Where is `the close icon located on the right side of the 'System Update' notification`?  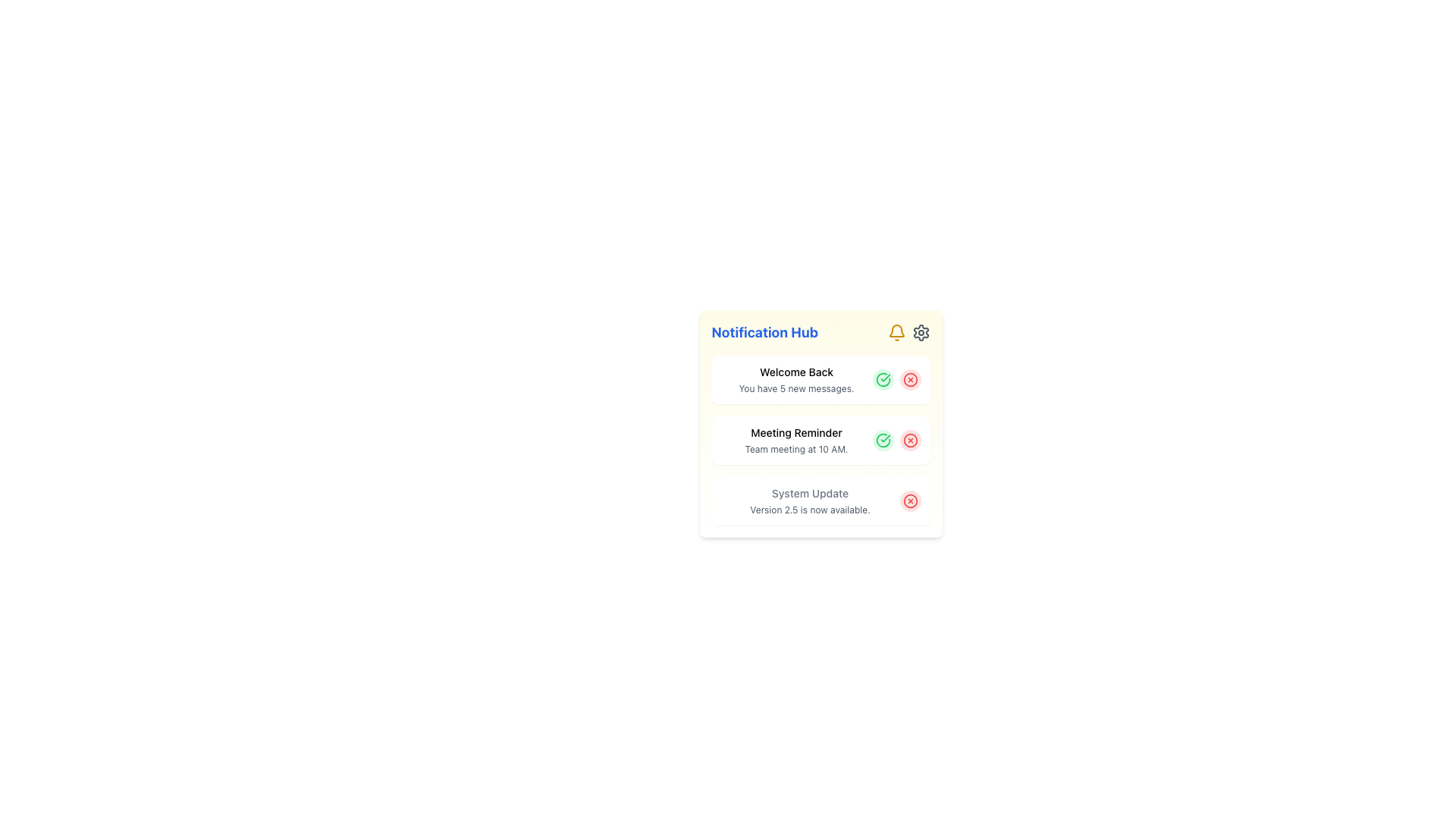
the close icon located on the right side of the 'System Update' notification is located at coordinates (910, 500).